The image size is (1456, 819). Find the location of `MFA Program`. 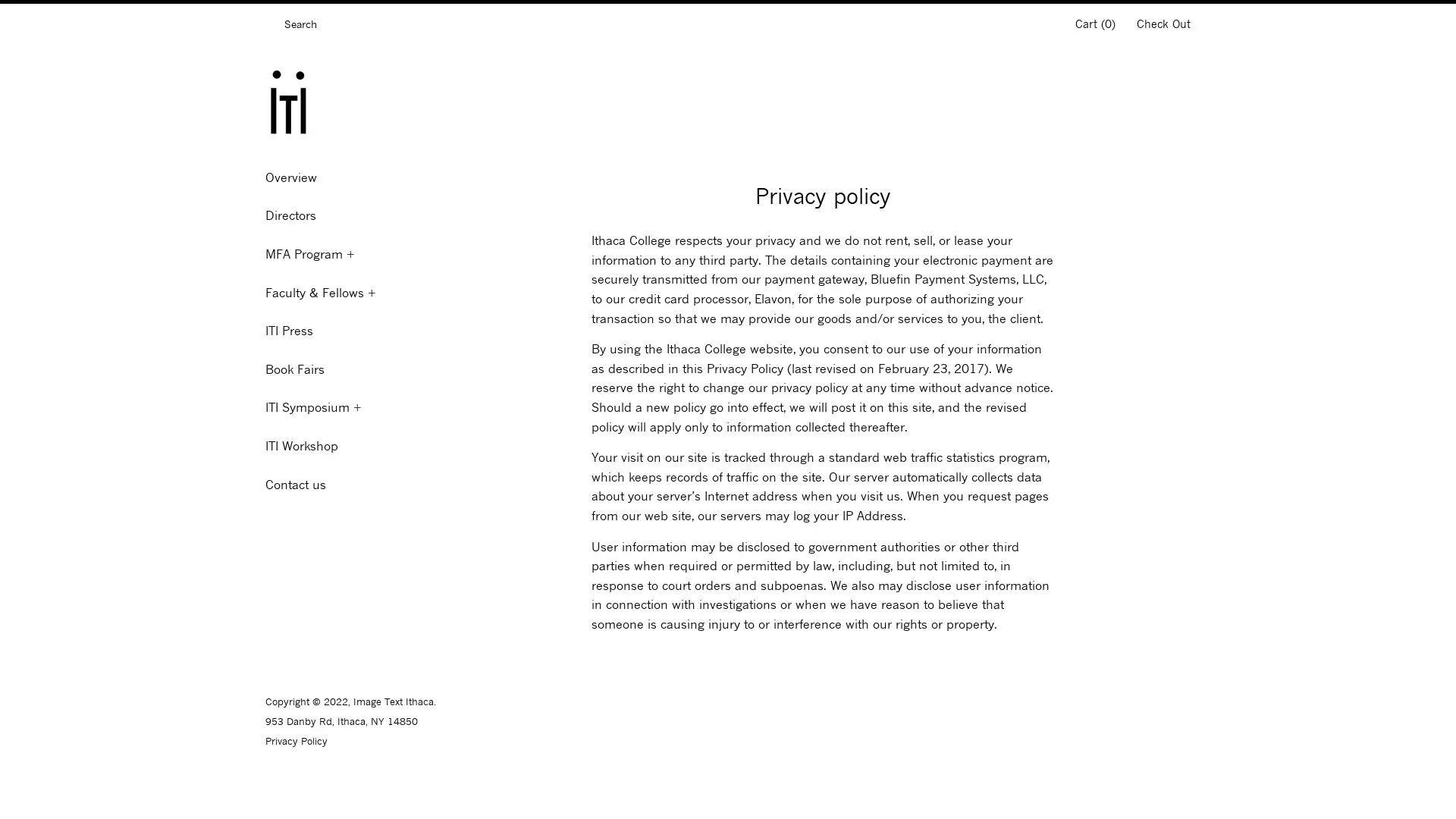

MFA Program is located at coordinates (348, 253).